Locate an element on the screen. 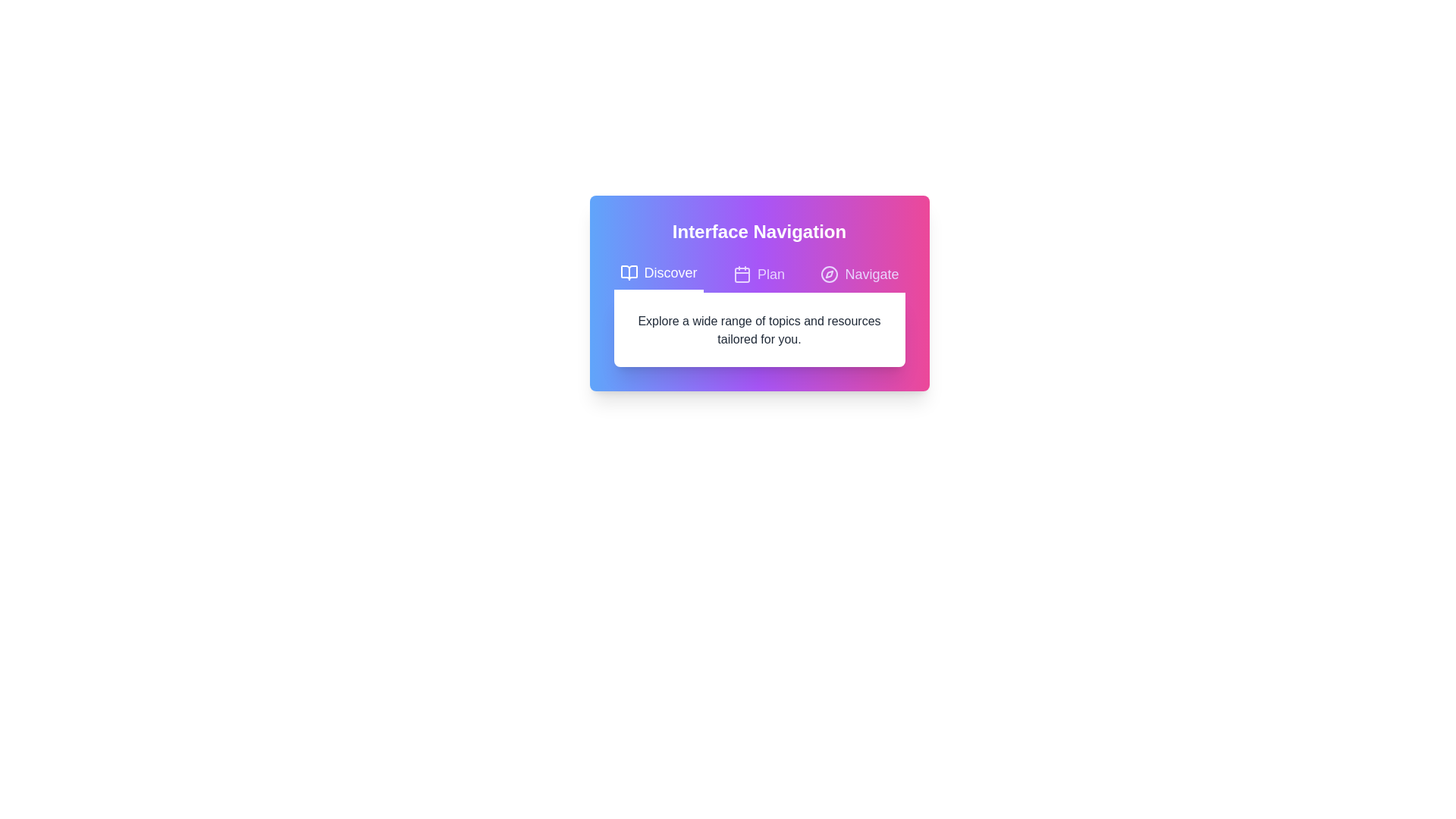 The width and height of the screenshot is (1456, 819). the text block located centrally within the card component, positioned below the navigation bar is located at coordinates (759, 311).